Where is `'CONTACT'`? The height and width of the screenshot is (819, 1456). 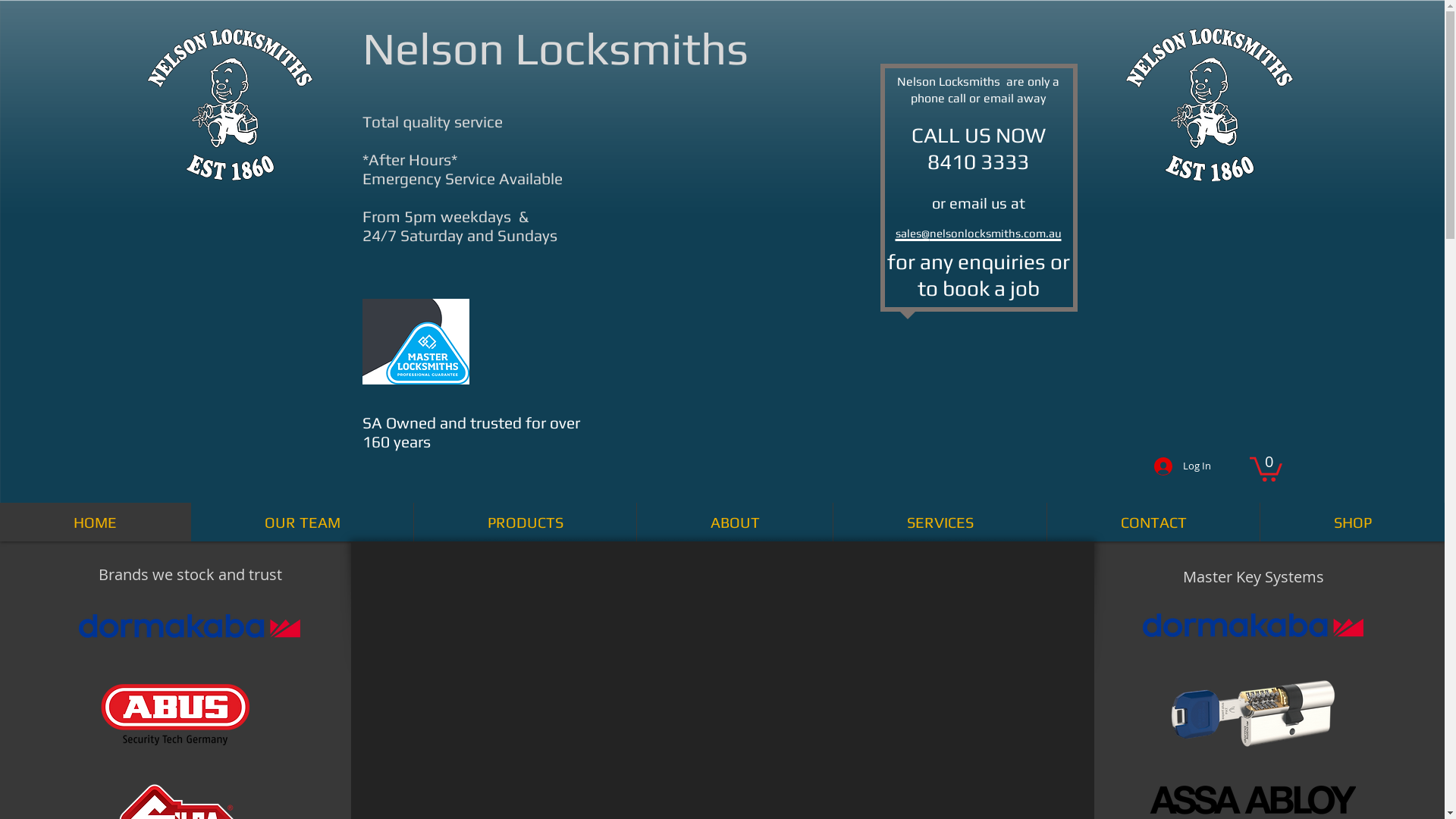
'CONTACT' is located at coordinates (1153, 521).